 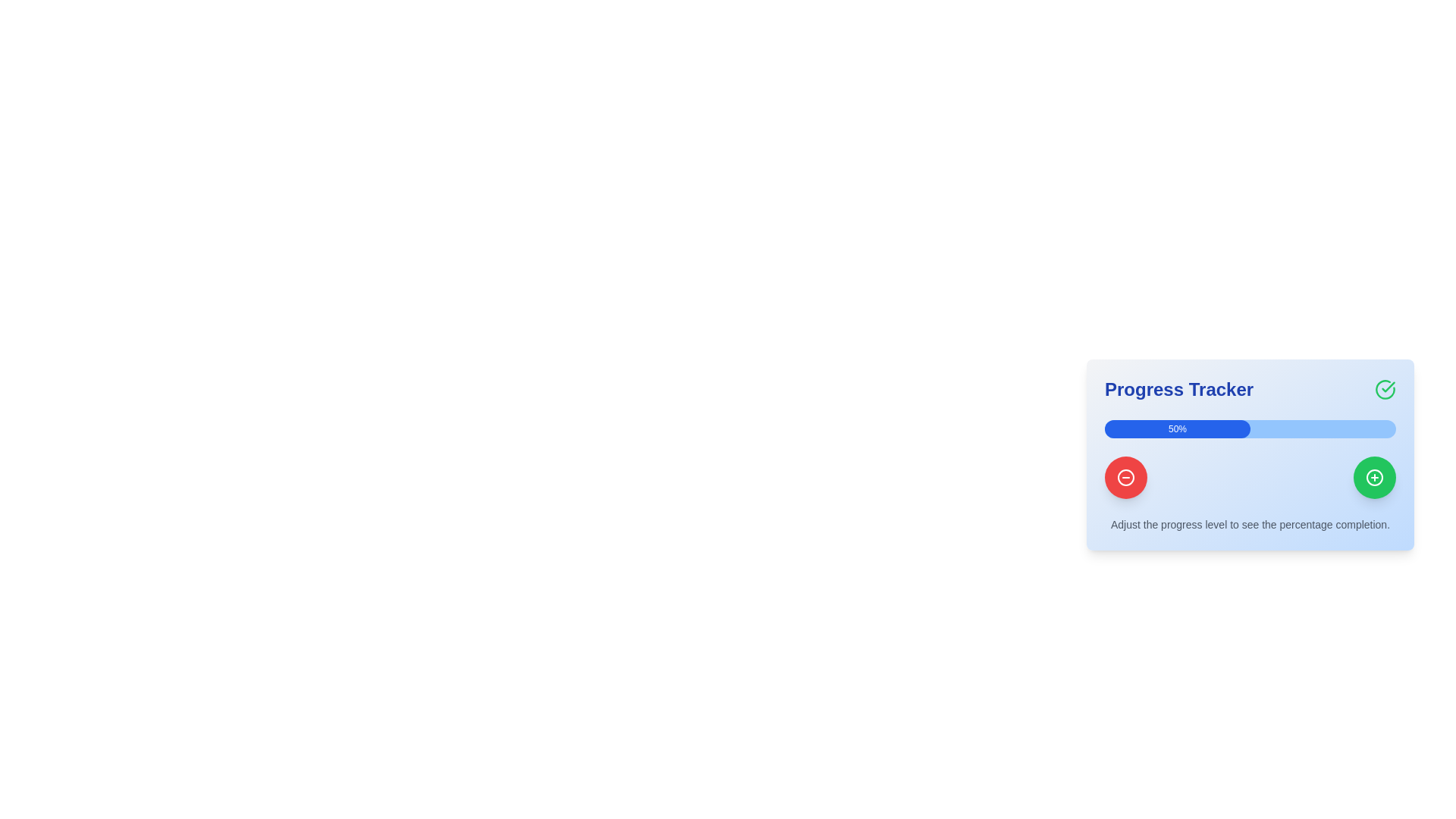 What do you see at coordinates (1250, 523) in the screenshot?
I see `instructions provided in the subtle gray text label located at the bottom of the blue progress tracker card, below the progress bar and adjustment buttons` at bounding box center [1250, 523].